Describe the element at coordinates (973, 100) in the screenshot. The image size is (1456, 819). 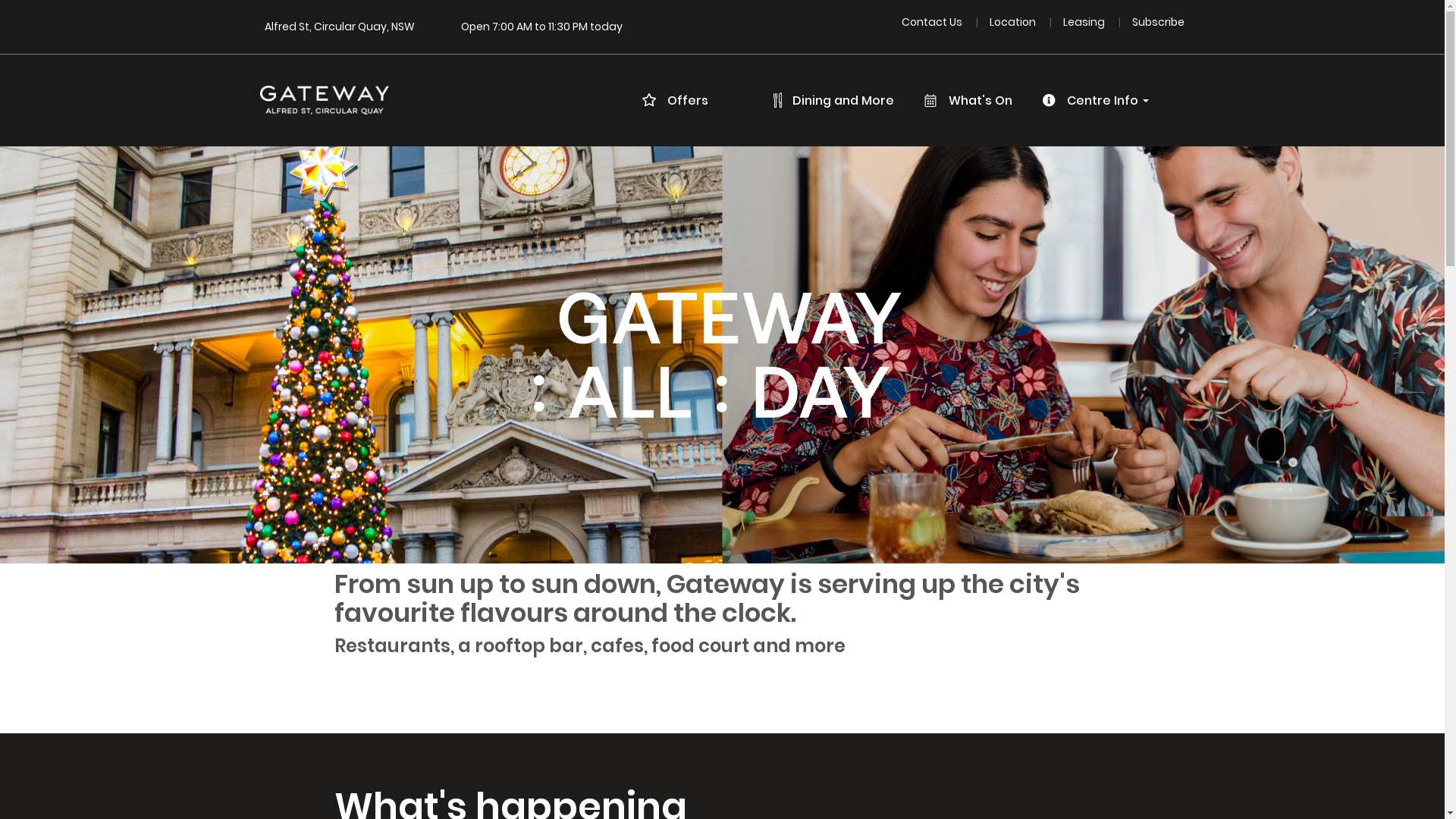
I see `'What's On'` at that location.